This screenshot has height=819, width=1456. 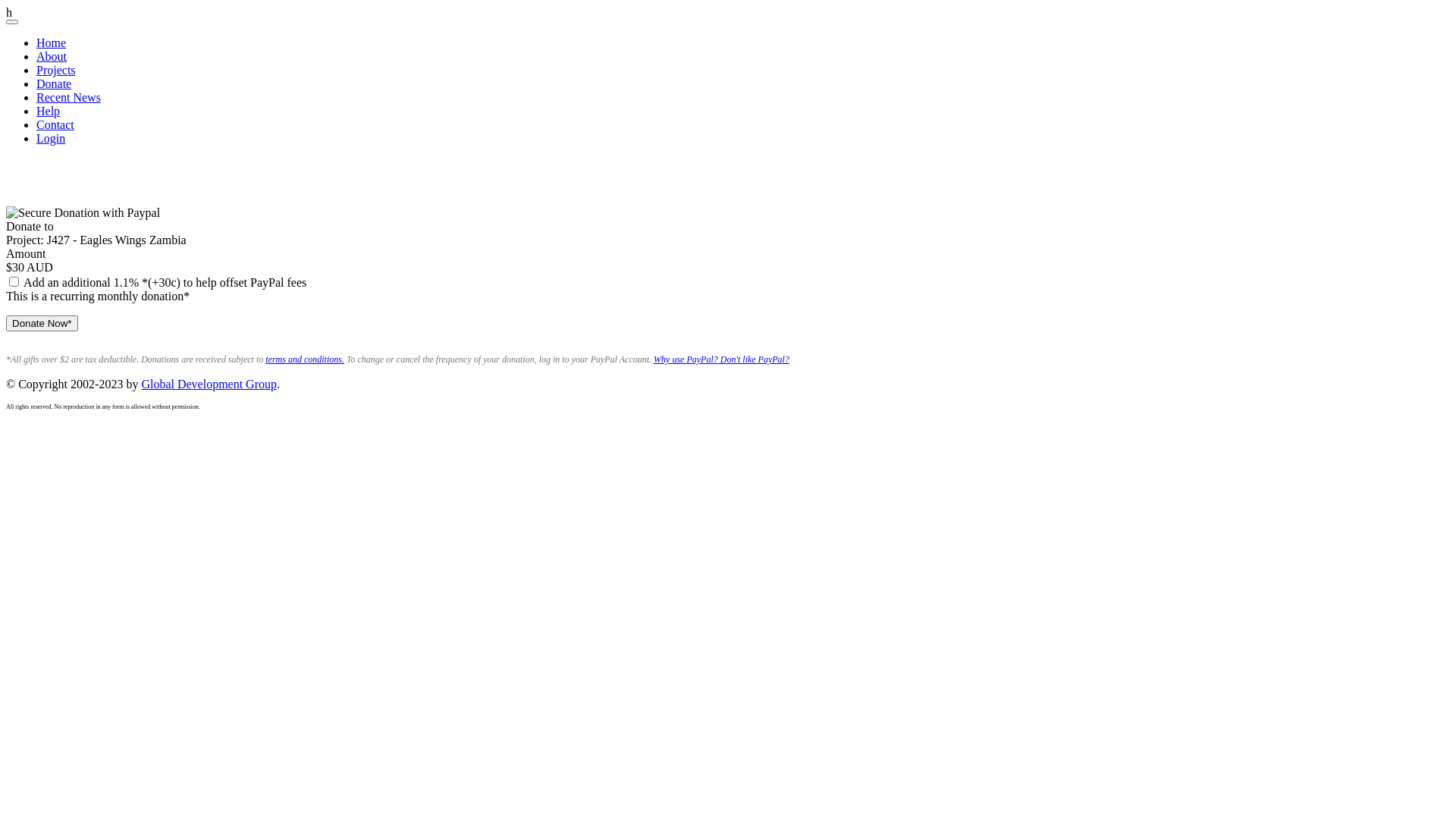 I want to click on 'Contact', so click(x=55, y=124).